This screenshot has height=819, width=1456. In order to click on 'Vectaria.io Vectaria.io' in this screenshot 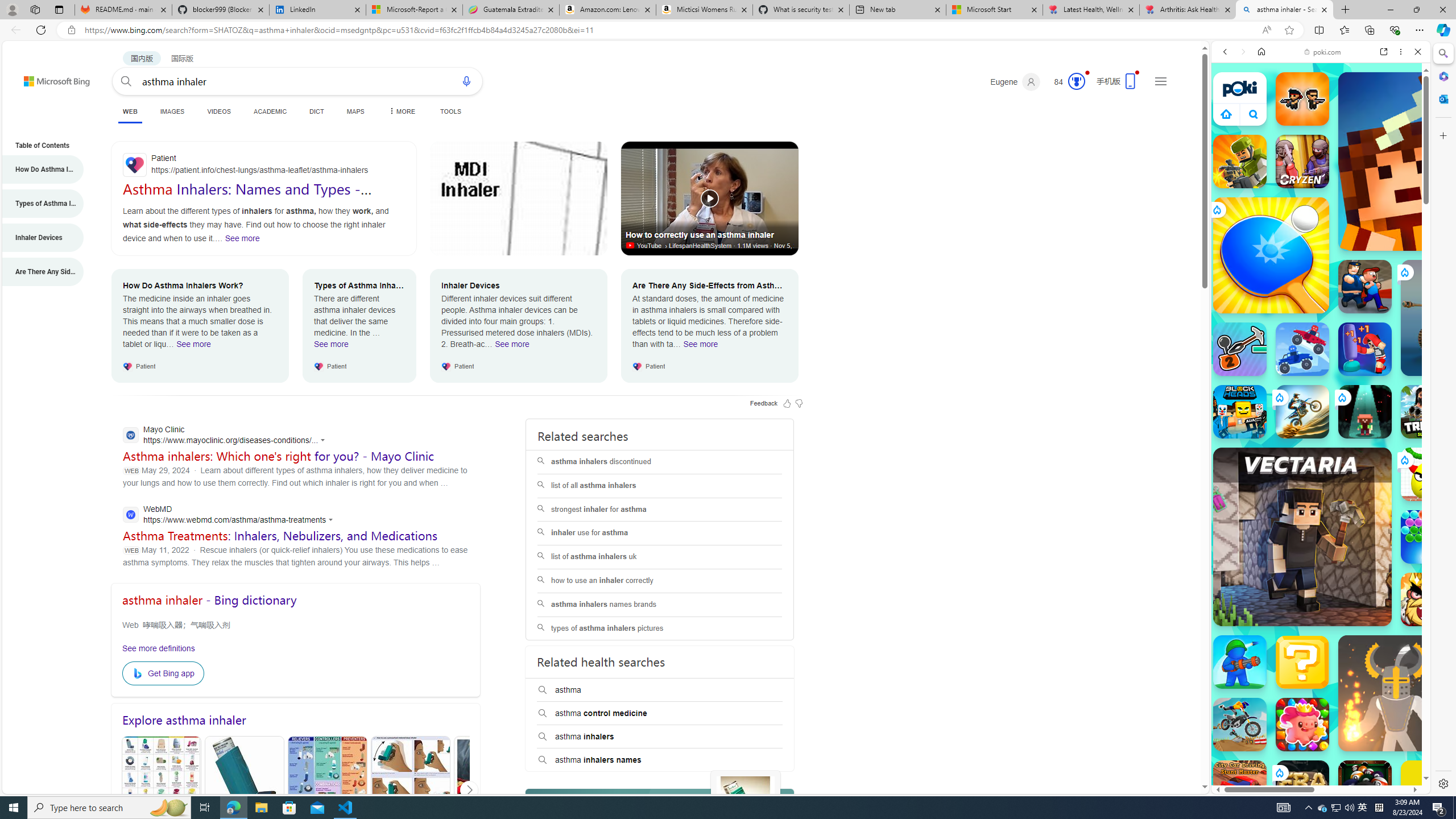, I will do `click(1301, 536)`.